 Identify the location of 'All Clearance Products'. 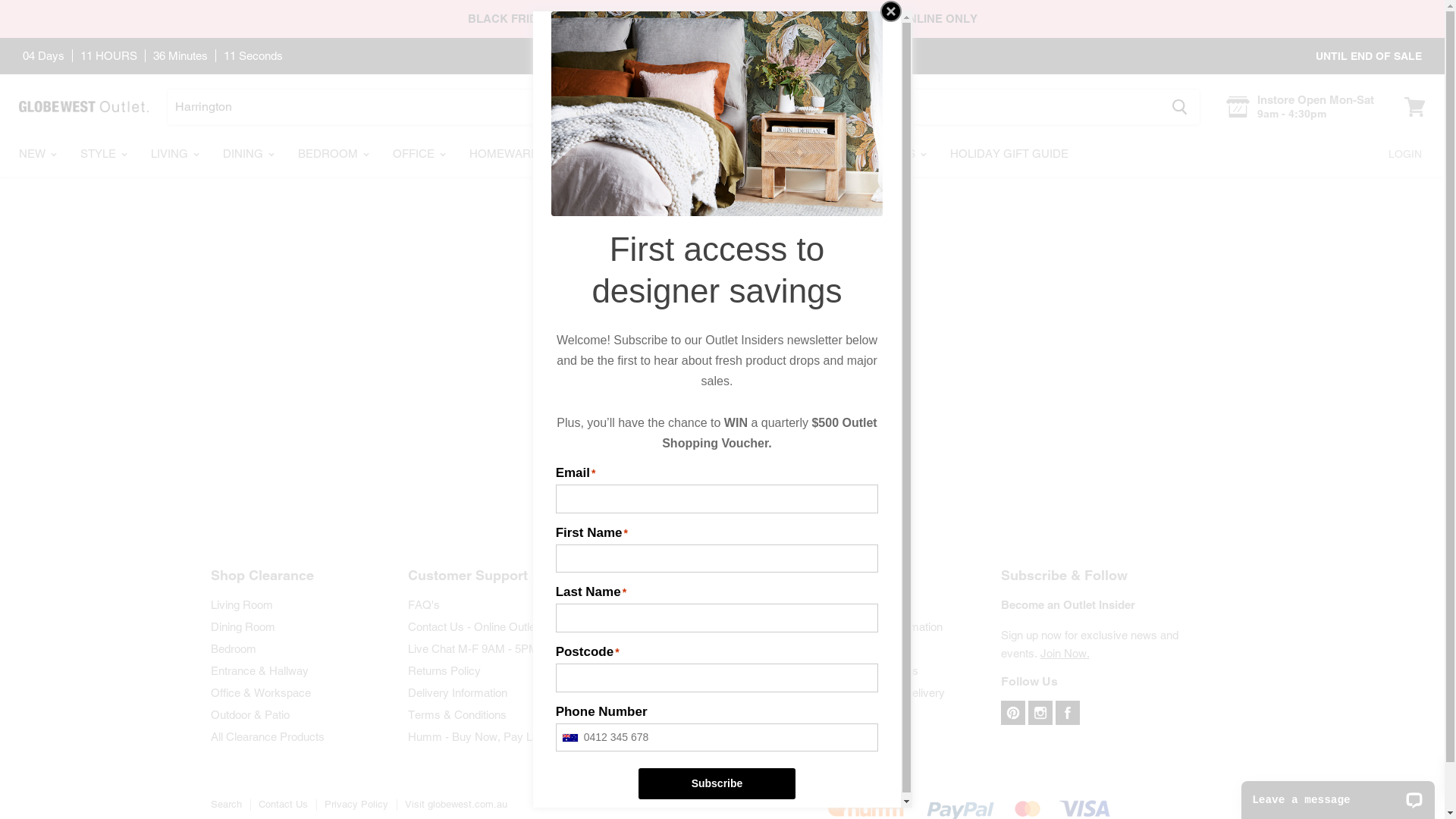
(268, 736).